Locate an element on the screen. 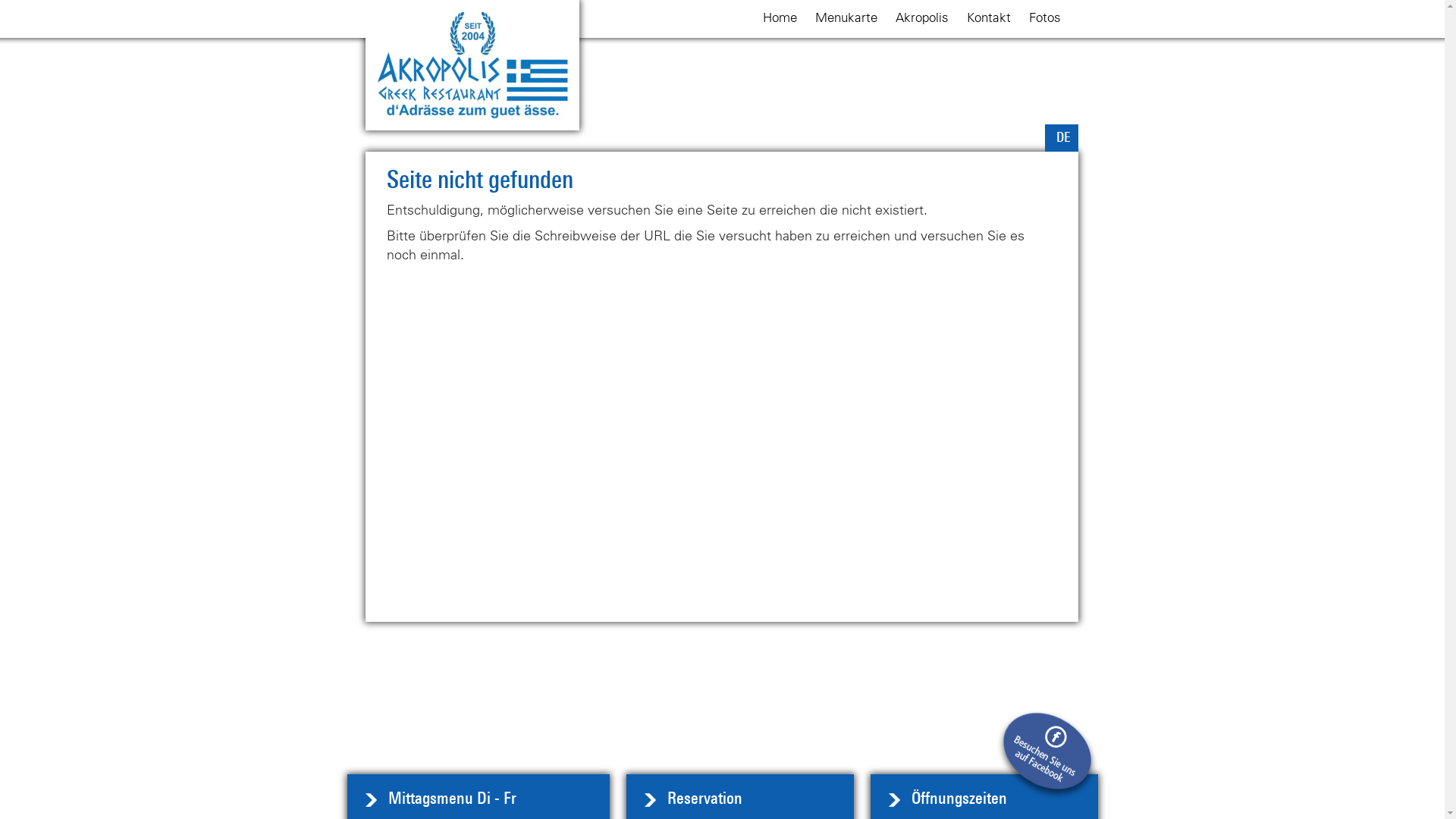 The height and width of the screenshot is (819, 1456). 'Menukarte' is located at coordinates (846, 17).